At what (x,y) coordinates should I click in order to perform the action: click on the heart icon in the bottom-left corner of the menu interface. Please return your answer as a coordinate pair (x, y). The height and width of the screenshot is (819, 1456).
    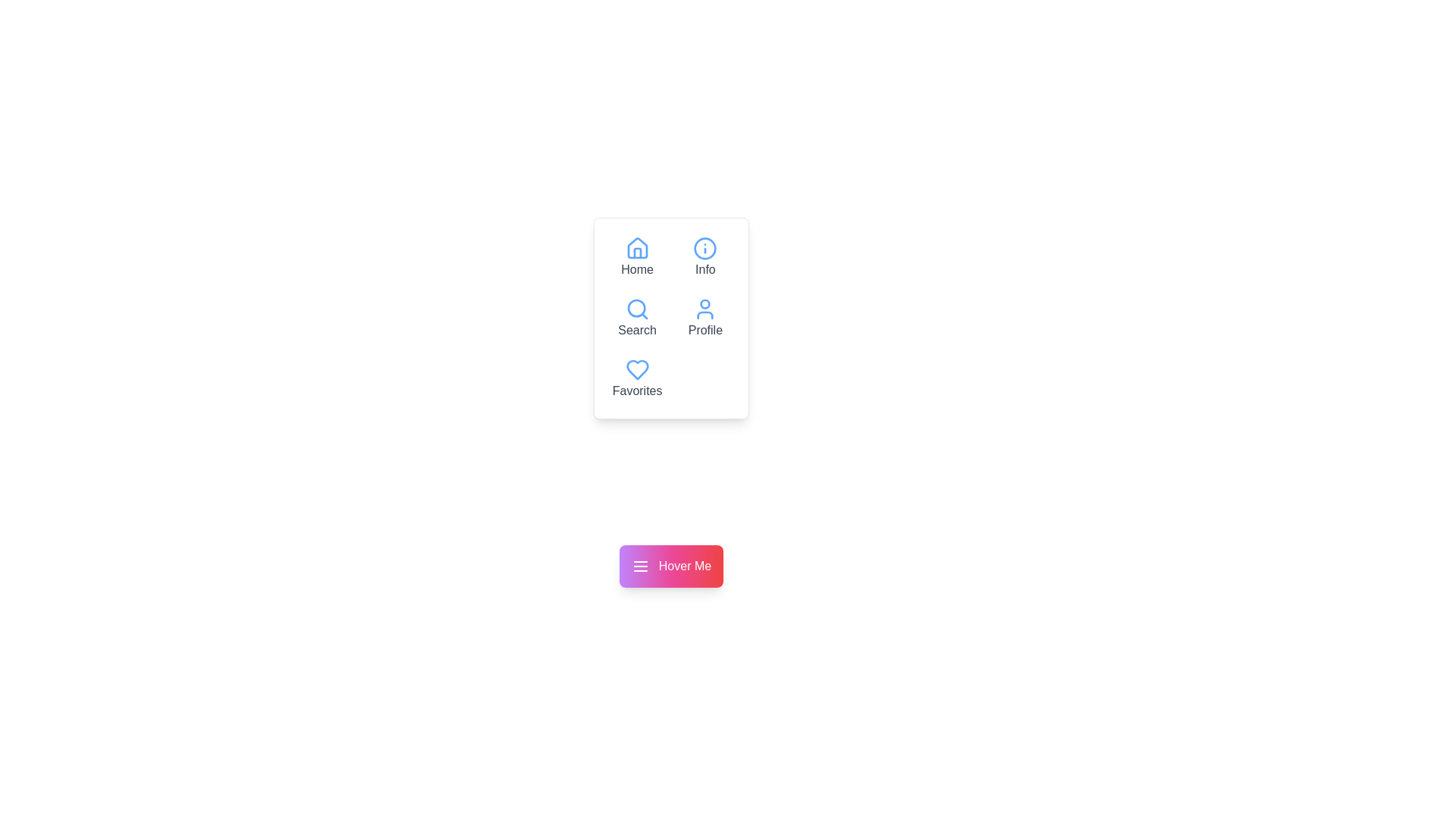
    Looking at the image, I should click on (637, 370).